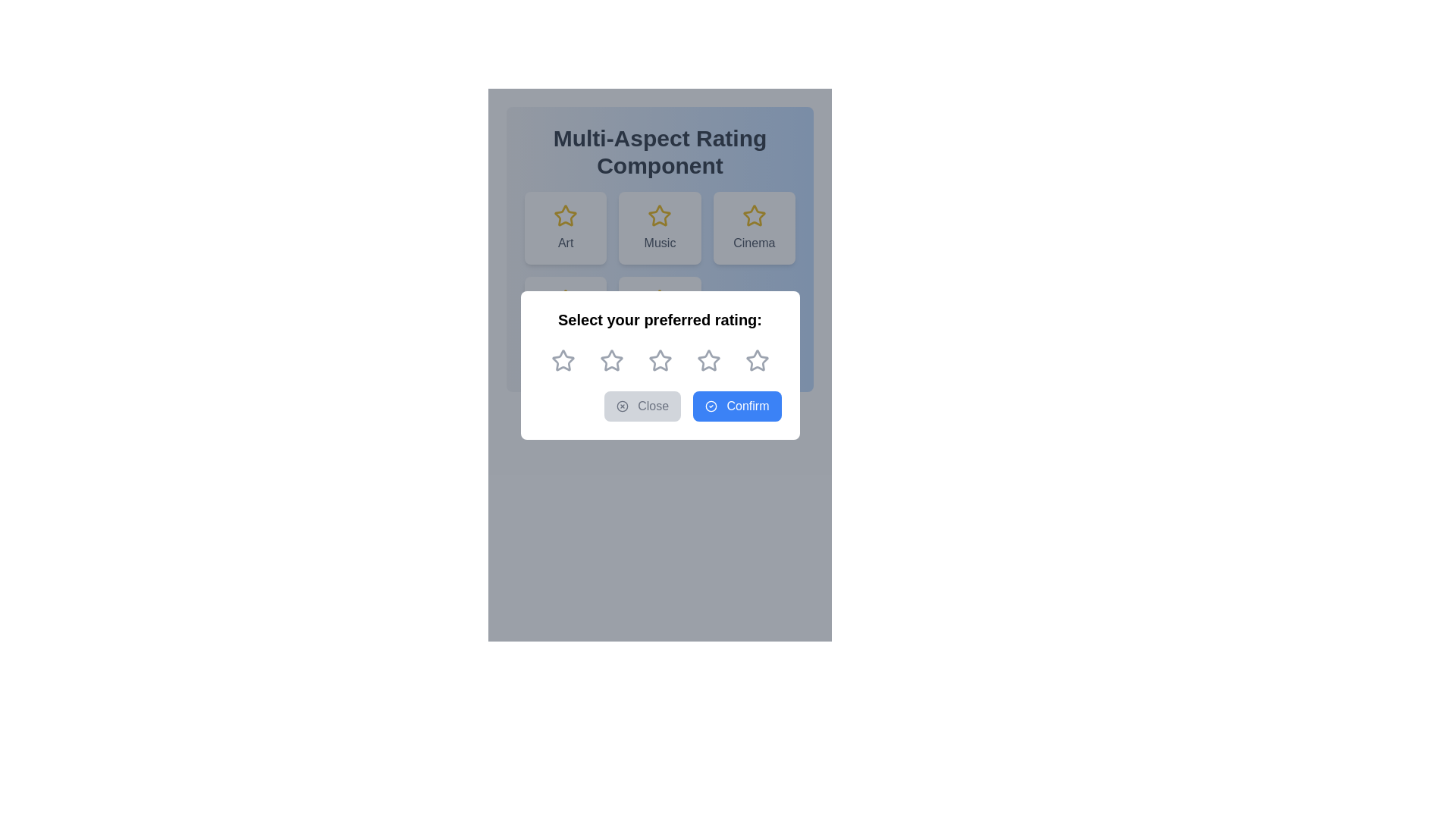 Image resolution: width=1456 pixels, height=819 pixels. I want to click on the first star in the star-based rating system, so click(611, 359).